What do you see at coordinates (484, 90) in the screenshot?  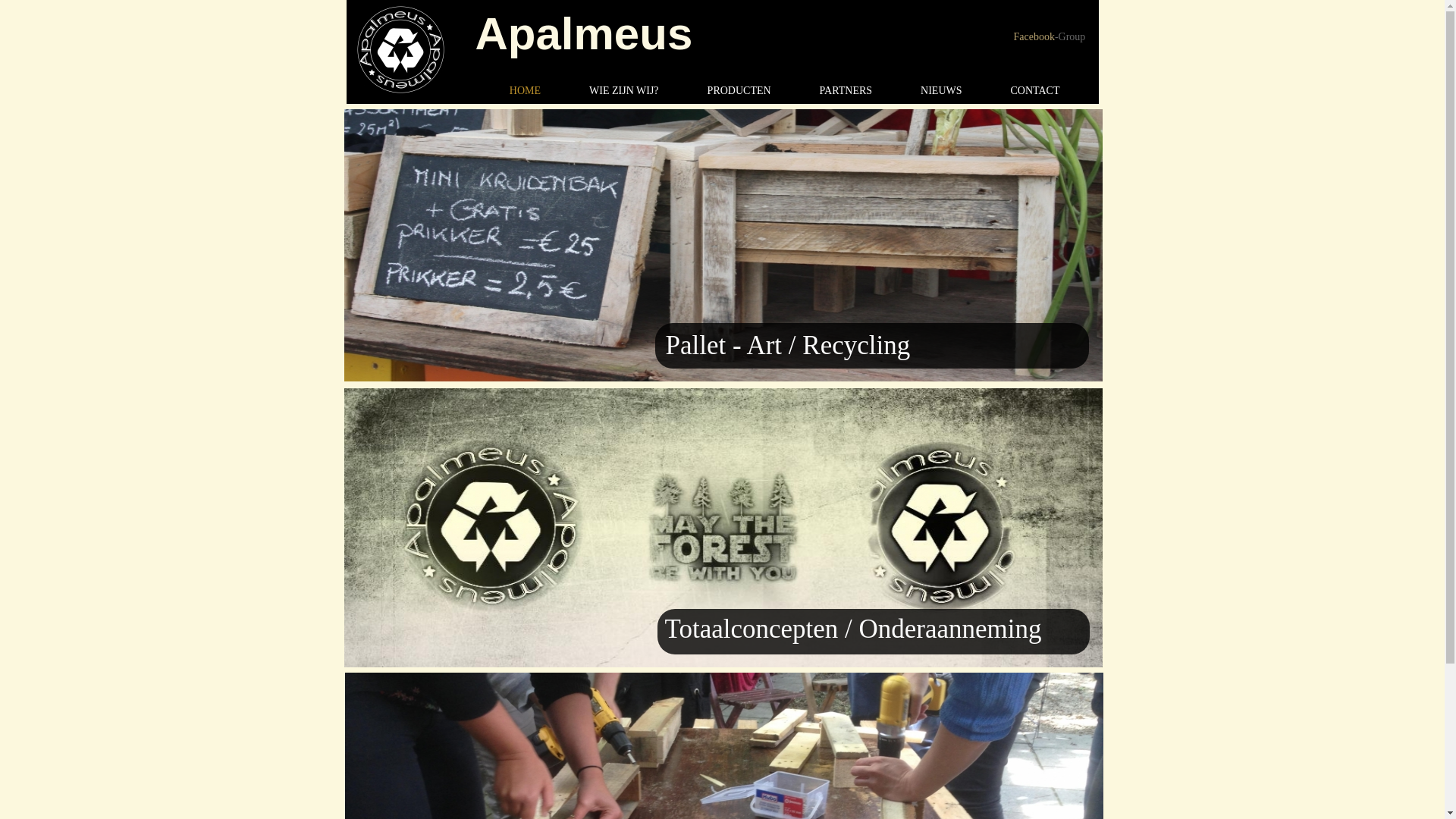 I see `'HOME'` at bounding box center [484, 90].